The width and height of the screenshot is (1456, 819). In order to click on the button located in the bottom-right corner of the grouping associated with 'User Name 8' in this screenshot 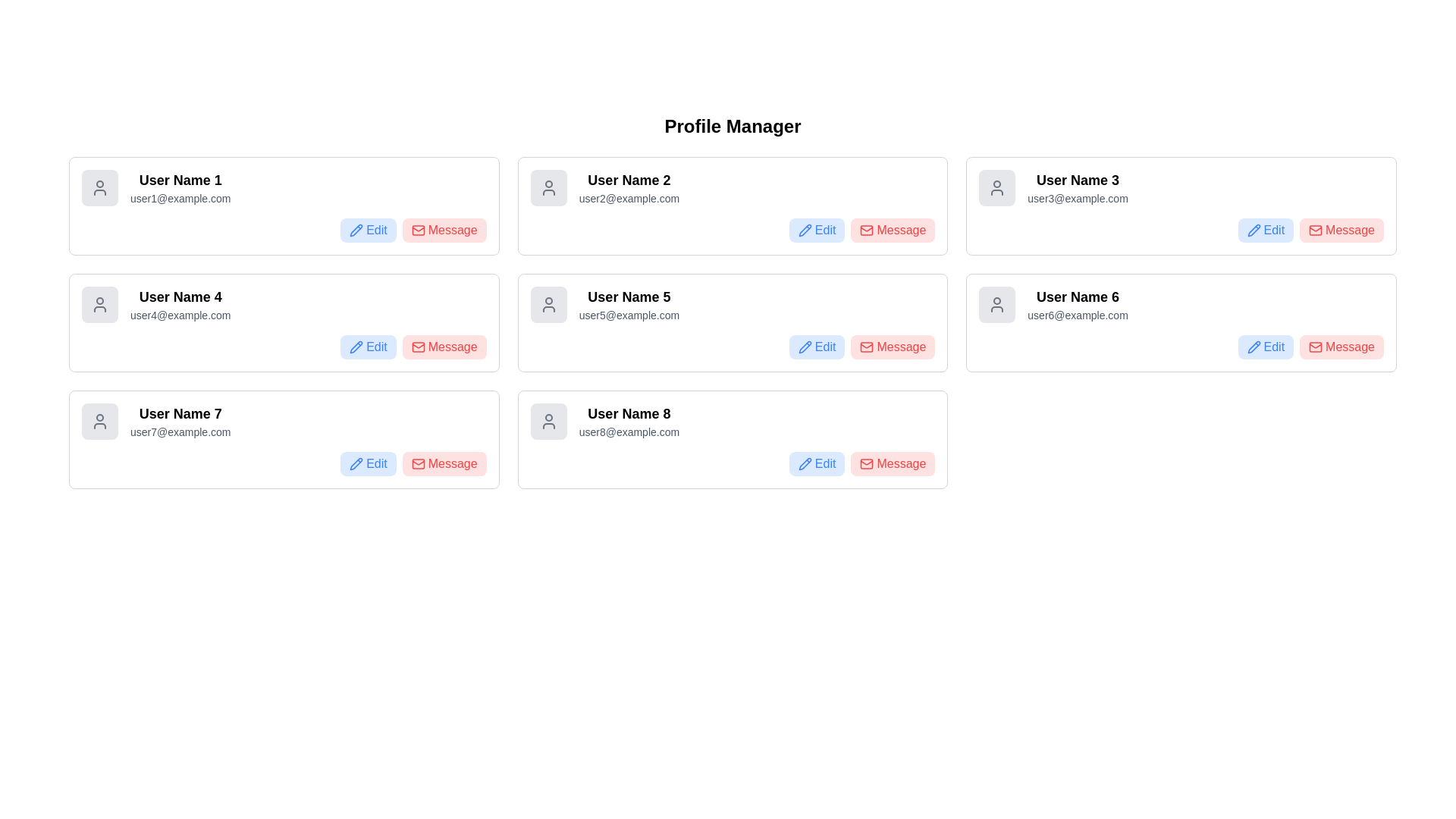, I will do `click(816, 463)`.